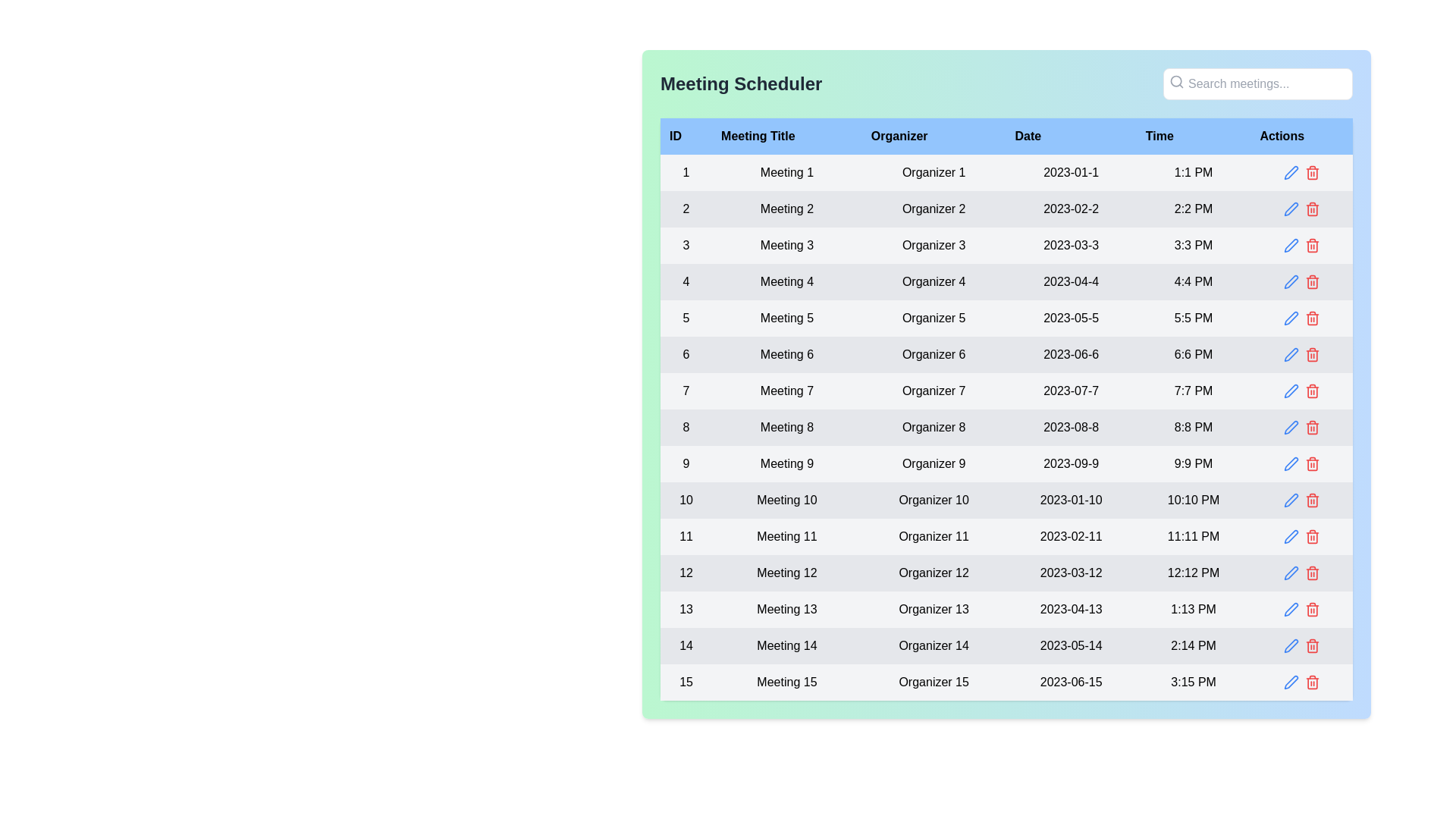 The height and width of the screenshot is (819, 1456). Describe the element at coordinates (686, 500) in the screenshot. I see `the row containing the text label '10', which is the first element in the 10th row of the table, aligned to the left with a light gray background` at that location.